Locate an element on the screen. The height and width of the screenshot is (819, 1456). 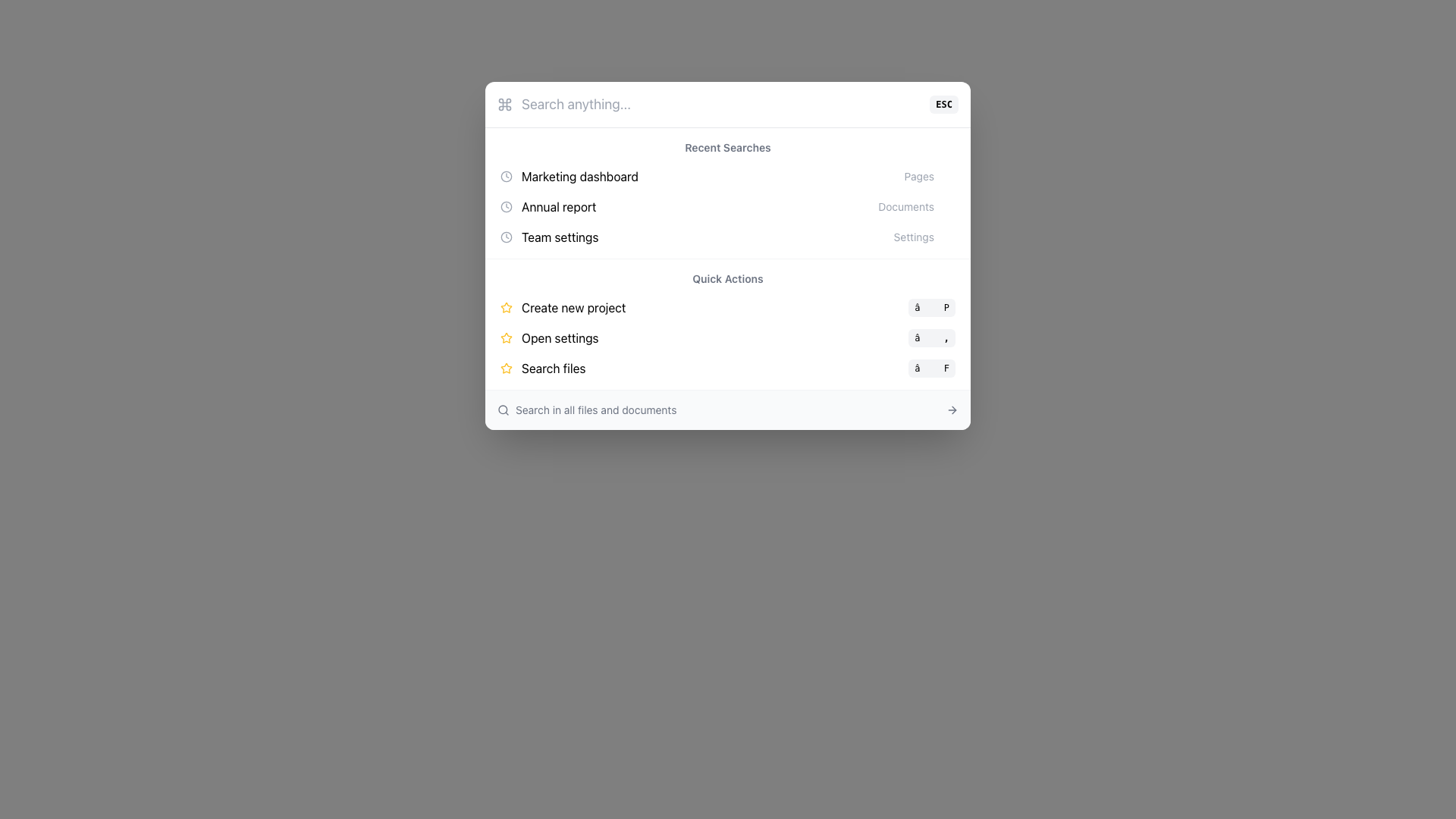
the 'Team settings' button in the Recent Searches section is located at coordinates (728, 237).